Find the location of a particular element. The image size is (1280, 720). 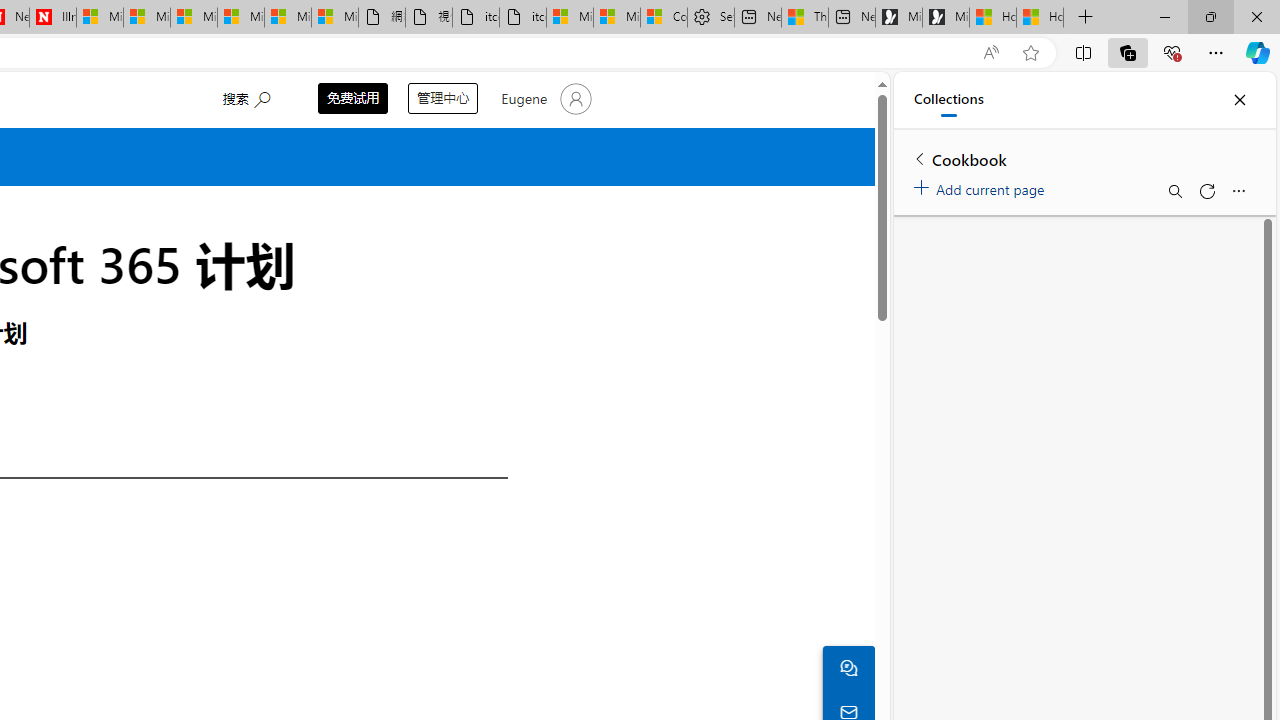

'How to Use a TV as a Computer Monitor' is located at coordinates (1040, 17).